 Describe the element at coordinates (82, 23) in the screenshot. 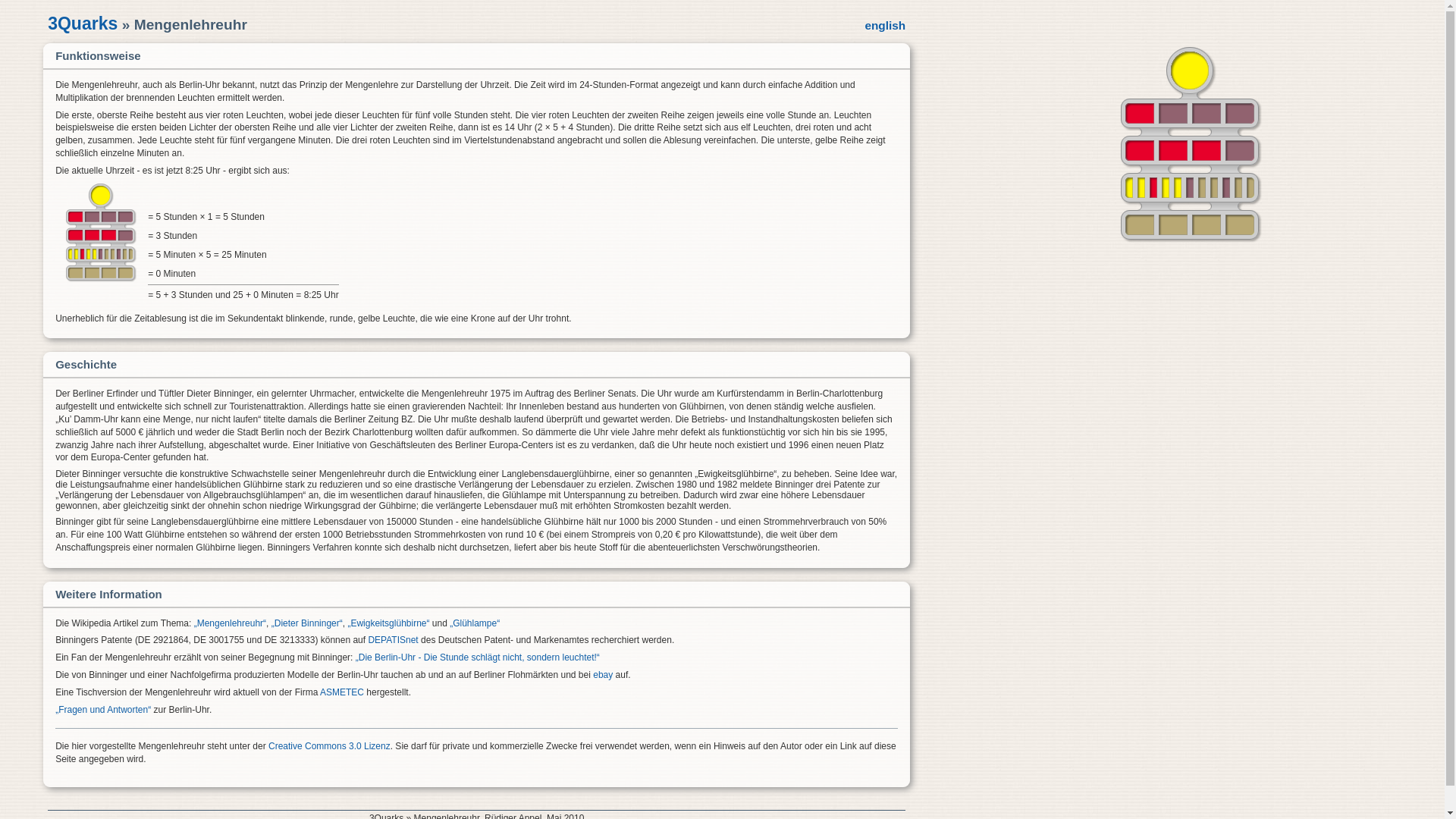

I see `'3Quarks'` at that location.